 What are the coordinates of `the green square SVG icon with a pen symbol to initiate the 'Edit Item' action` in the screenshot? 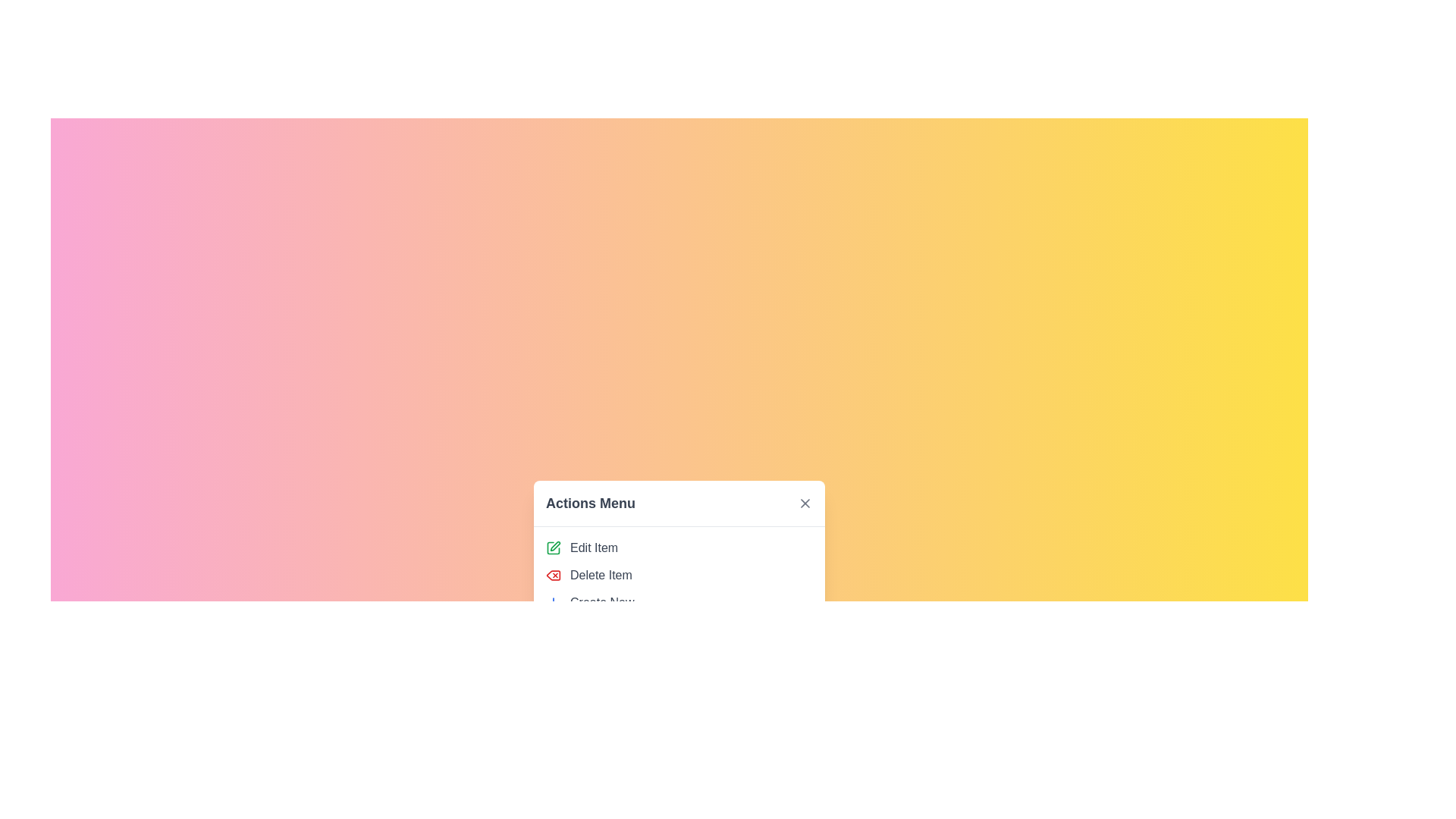 It's located at (552, 548).